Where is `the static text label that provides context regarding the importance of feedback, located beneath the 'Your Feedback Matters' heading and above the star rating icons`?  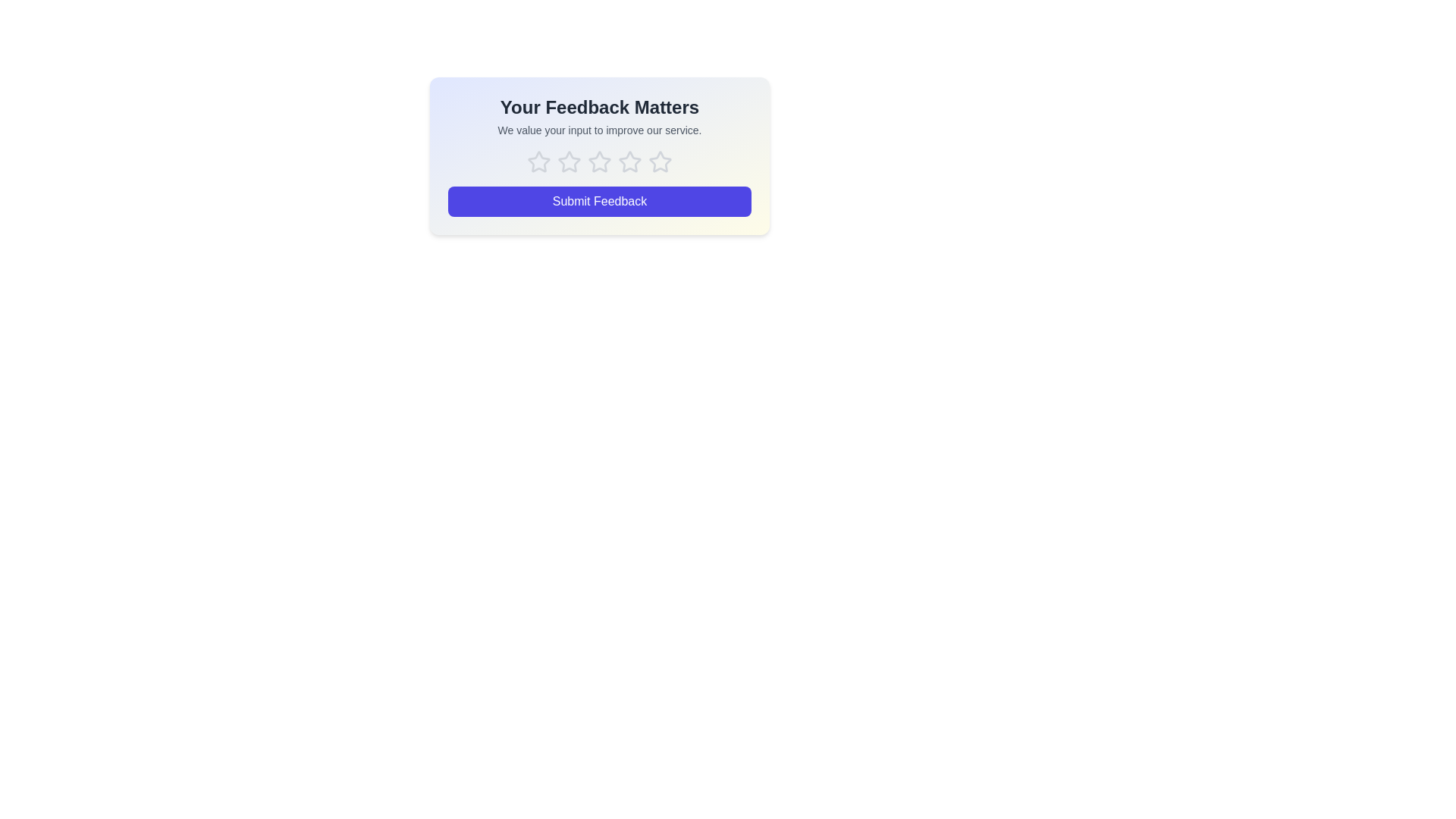
the static text label that provides context regarding the importance of feedback, located beneath the 'Your Feedback Matters' heading and above the star rating icons is located at coordinates (599, 130).